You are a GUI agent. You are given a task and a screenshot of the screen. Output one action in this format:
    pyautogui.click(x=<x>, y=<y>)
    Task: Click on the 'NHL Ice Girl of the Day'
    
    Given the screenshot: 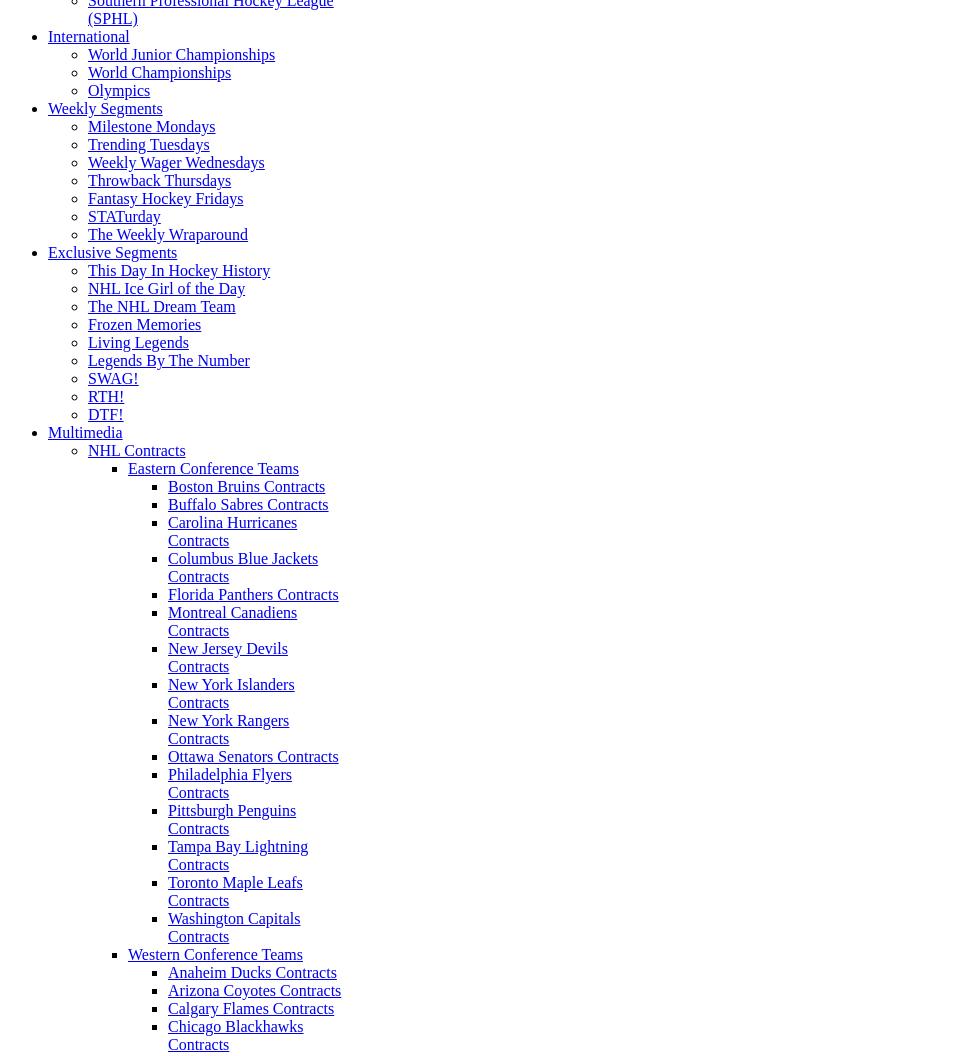 What is the action you would take?
    pyautogui.click(x=166, y=288)
    